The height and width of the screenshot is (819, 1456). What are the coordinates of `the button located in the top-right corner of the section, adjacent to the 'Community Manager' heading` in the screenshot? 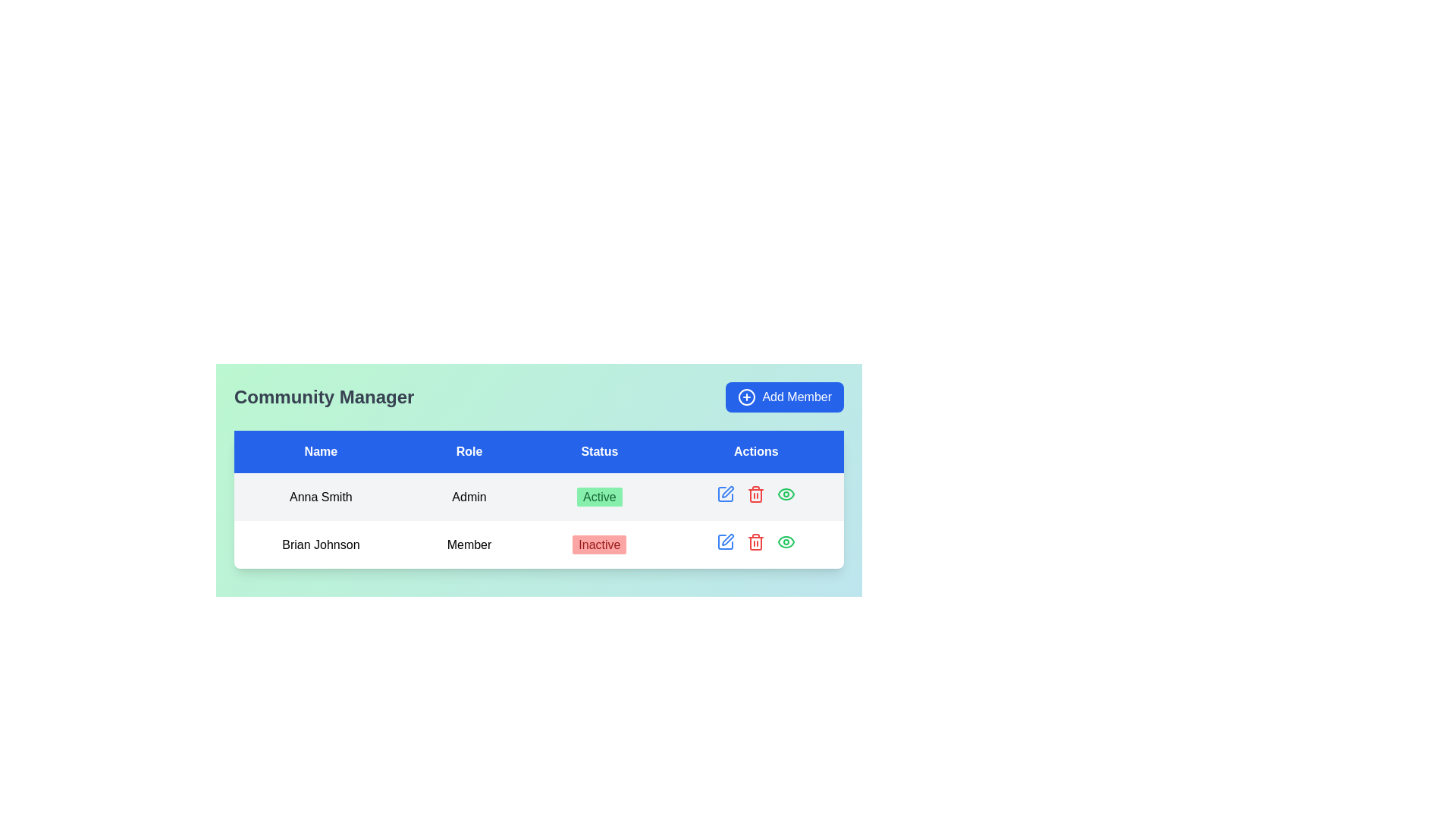 It's located at (785, 397).